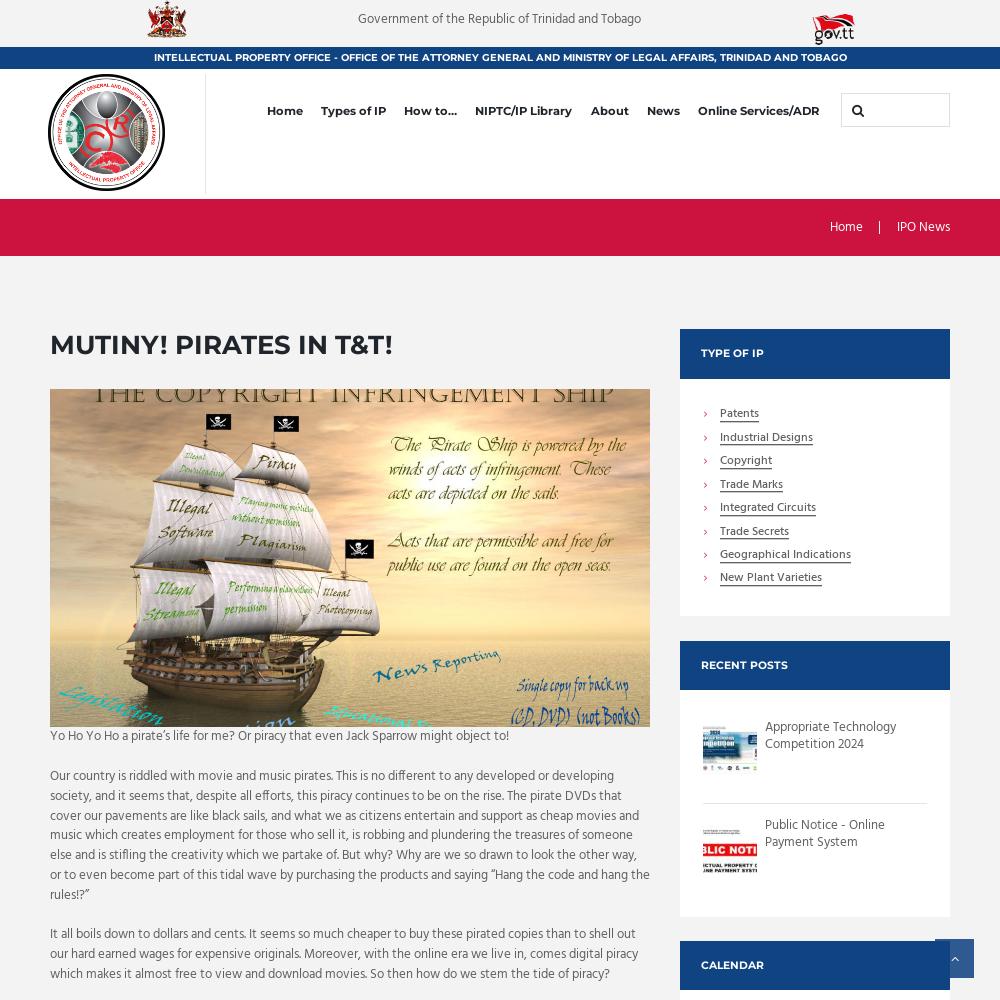  I want to click on 'Integrated Circuits', so click(767, 508).